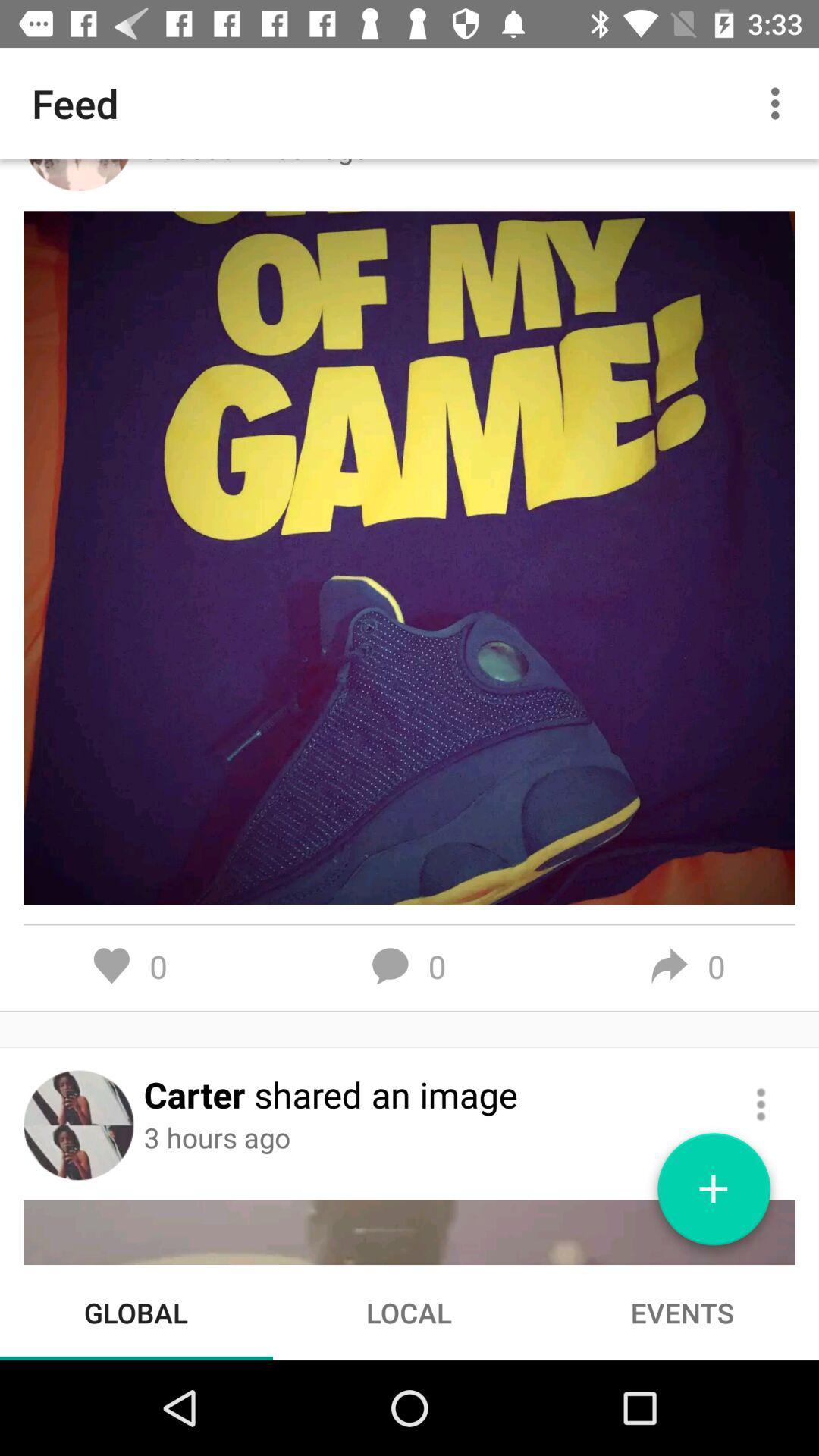 This screenshot has width=819, height=1456. What do you see at coordinates (761, 1104) in the screenshot?
I see `share image` at bounding box center [761, 1104].